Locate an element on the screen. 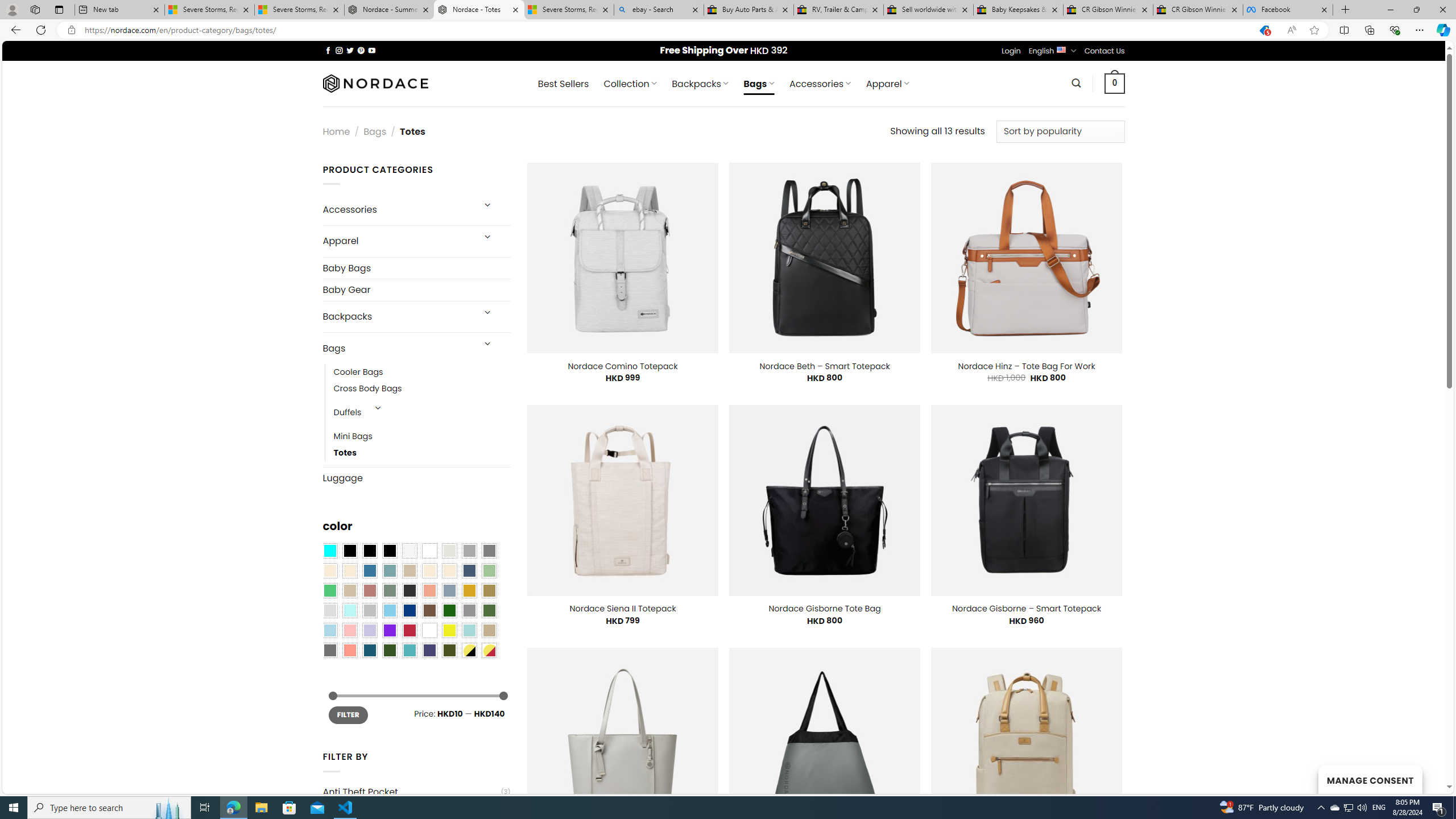 This screenshot has width=1456, height=819. 'Brown' is located at coordinates (429, 610).